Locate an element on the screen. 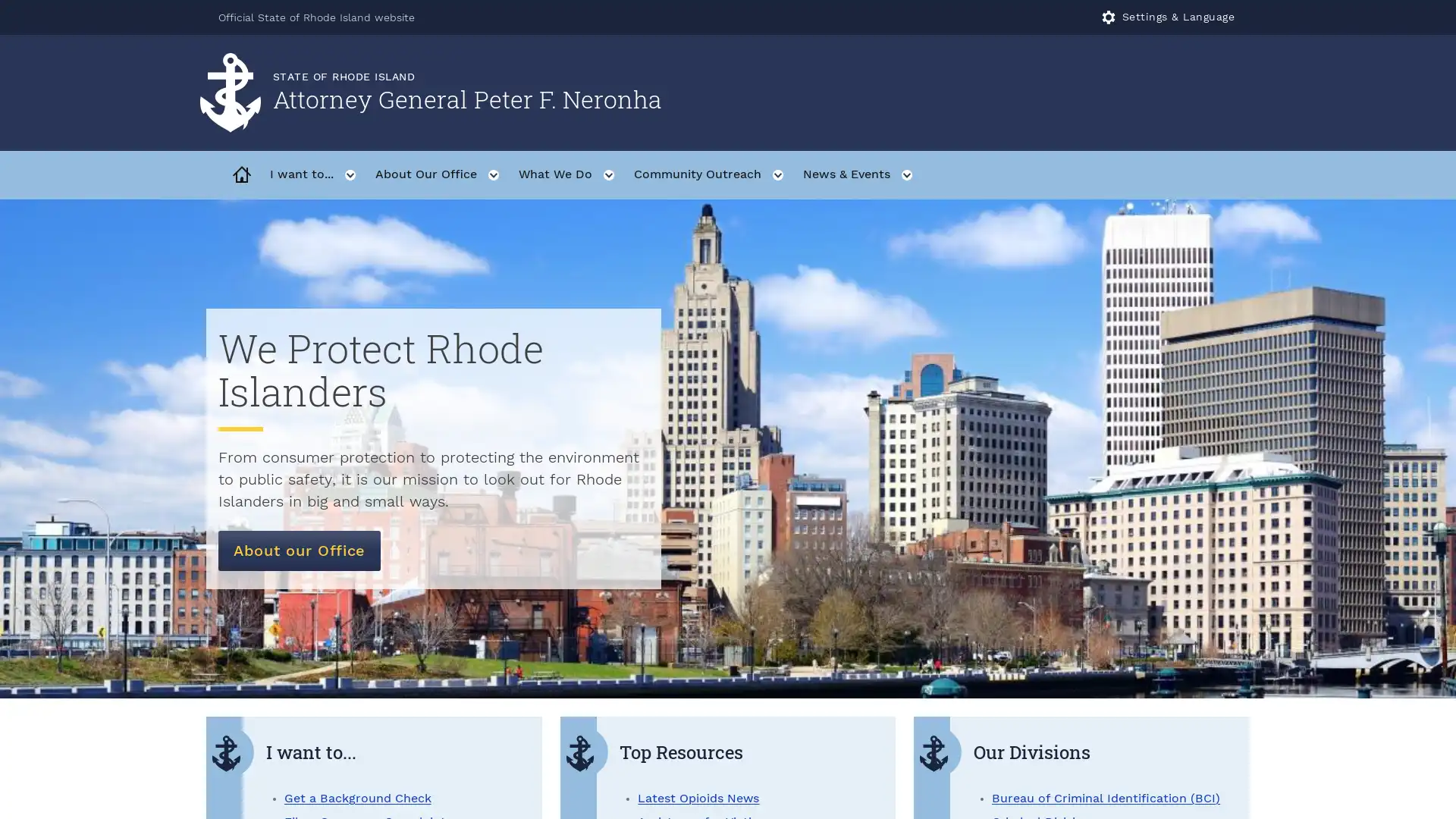  Submit is located at coordinates (1231, 93).